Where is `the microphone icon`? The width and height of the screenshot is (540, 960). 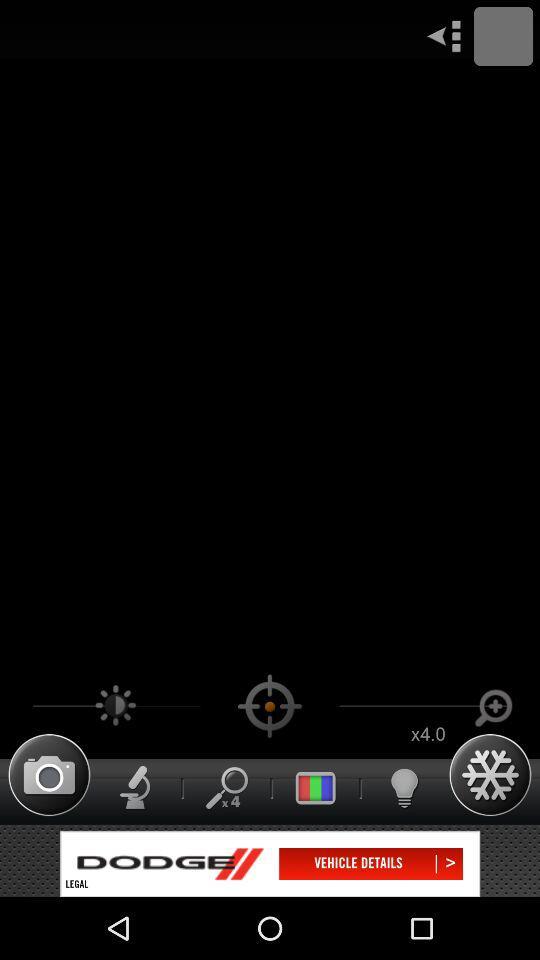 the microphone icon is located at coordinates (404, 842).